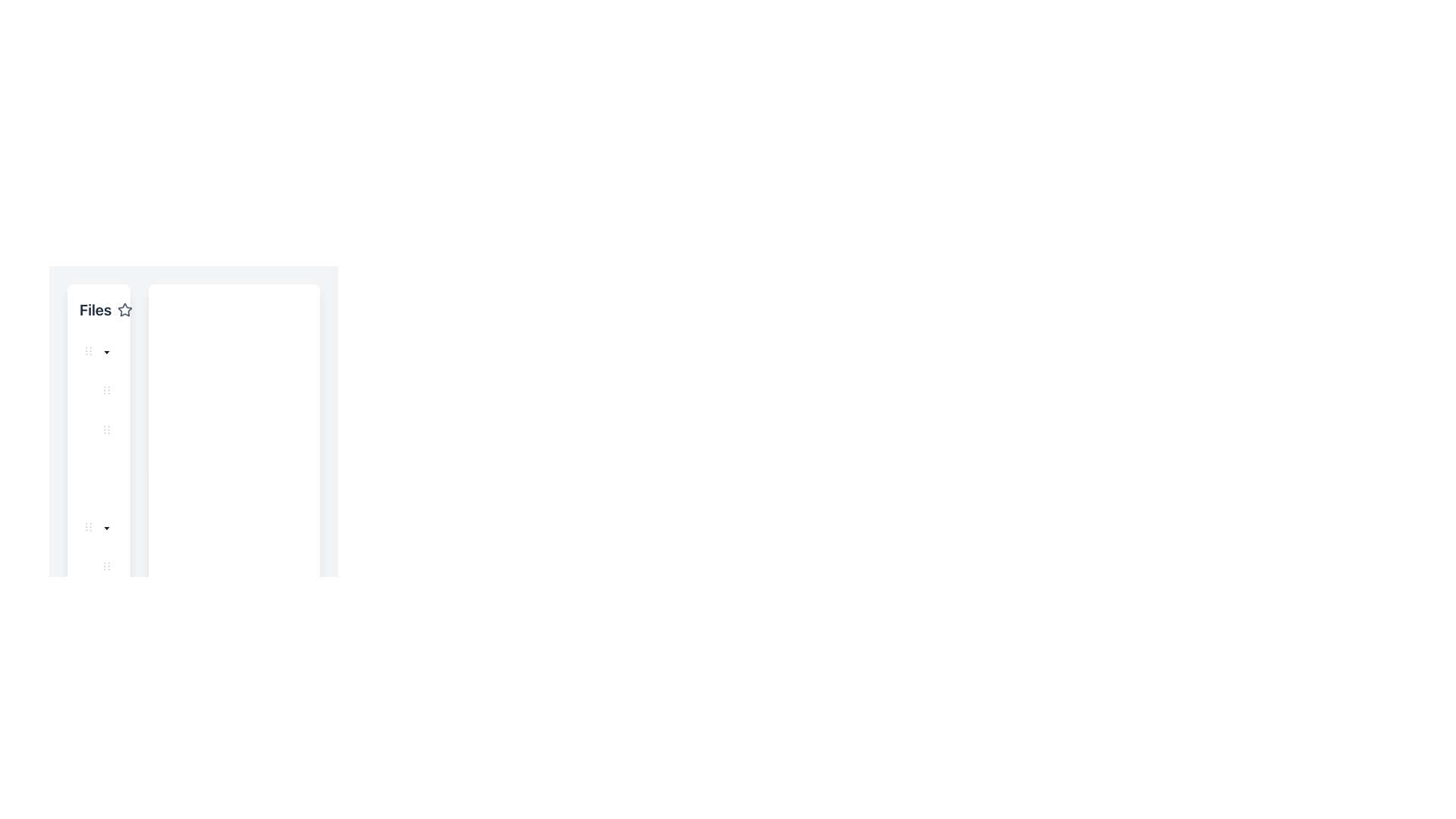 This screenshot has width=1456, height=819. What do you see at coordinates (105, 528) in the screenshot?
I see `the downward-pointing caret icon located next to the 'Files' section` at bounding box center [105, 528].